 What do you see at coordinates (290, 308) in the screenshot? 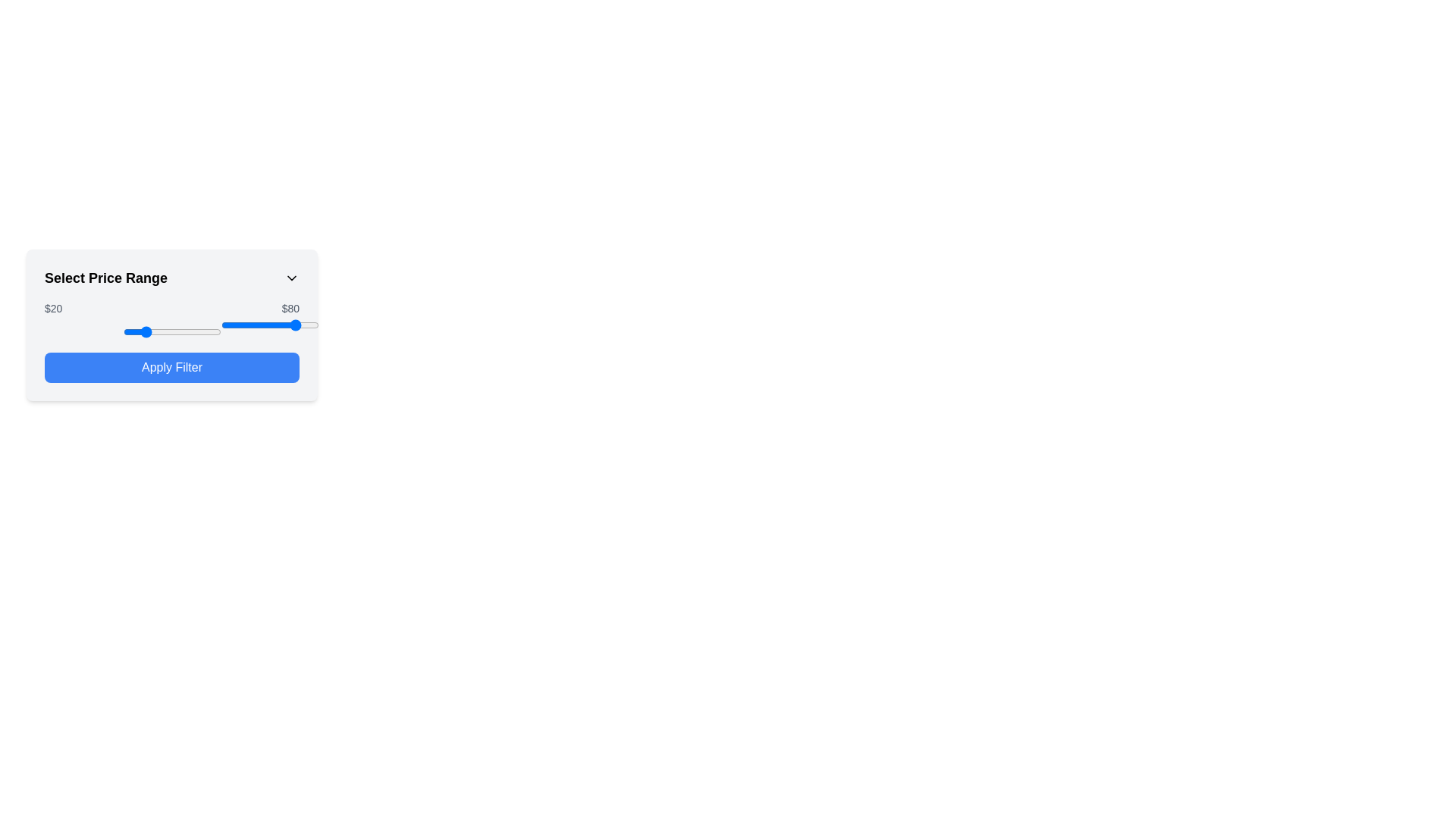
I see `the text label displaying the value '$80', which is styled in a standard serif font and located on the right side of a horizontal range slider, indicating the maximum value` at bounding box center [290, 308].